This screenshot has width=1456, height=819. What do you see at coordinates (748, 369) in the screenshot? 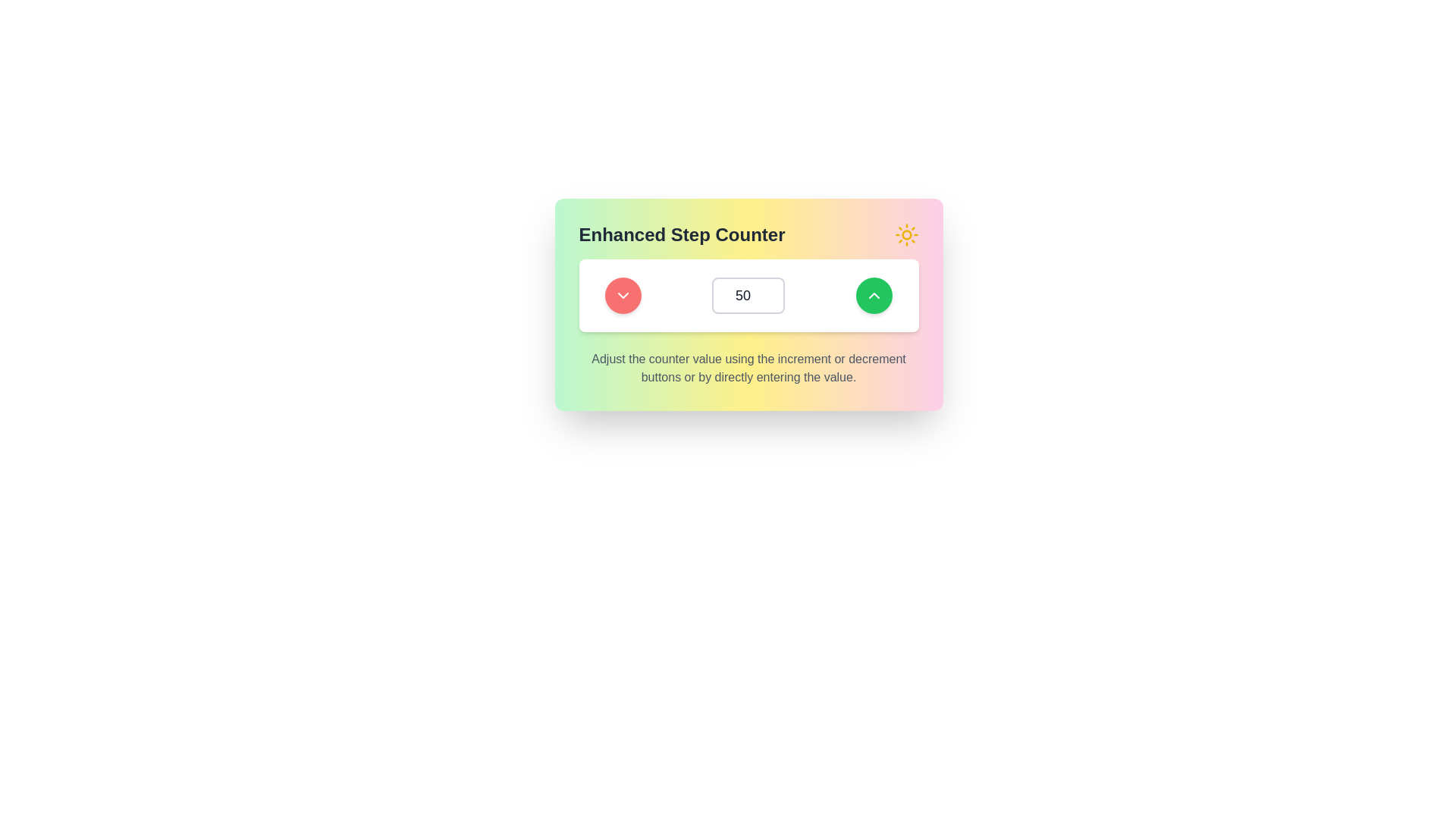
I see `the instructional text block located beneath the counter input group, which provides guidance on how to interact with the counter functionality` at bounding box center [748, 369].